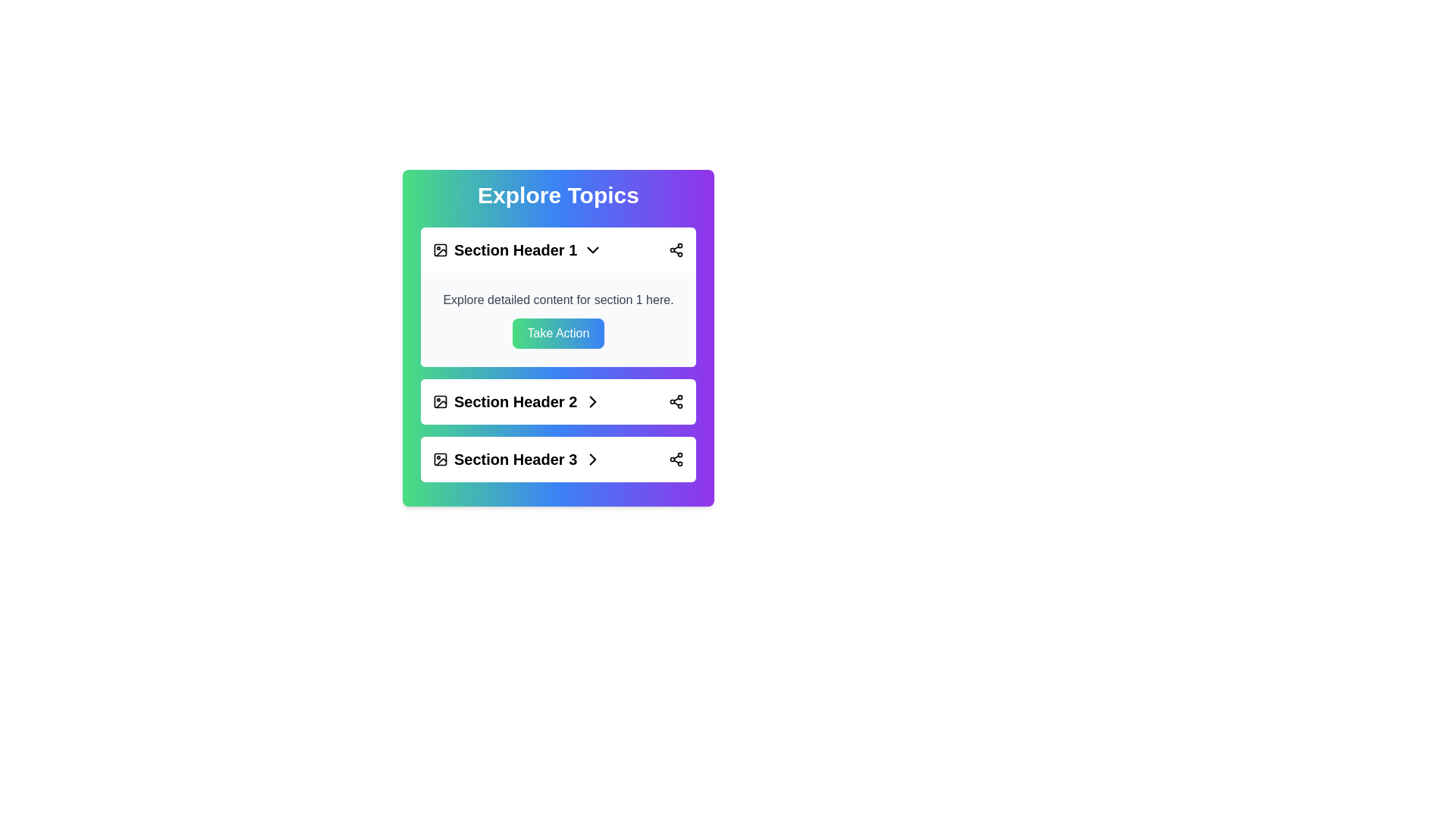 This screenshot has height=819, width=1456. Describe the element at coordinates (557, 400) in the screenshot. I see `the second section header in the vertical stack` at that location.